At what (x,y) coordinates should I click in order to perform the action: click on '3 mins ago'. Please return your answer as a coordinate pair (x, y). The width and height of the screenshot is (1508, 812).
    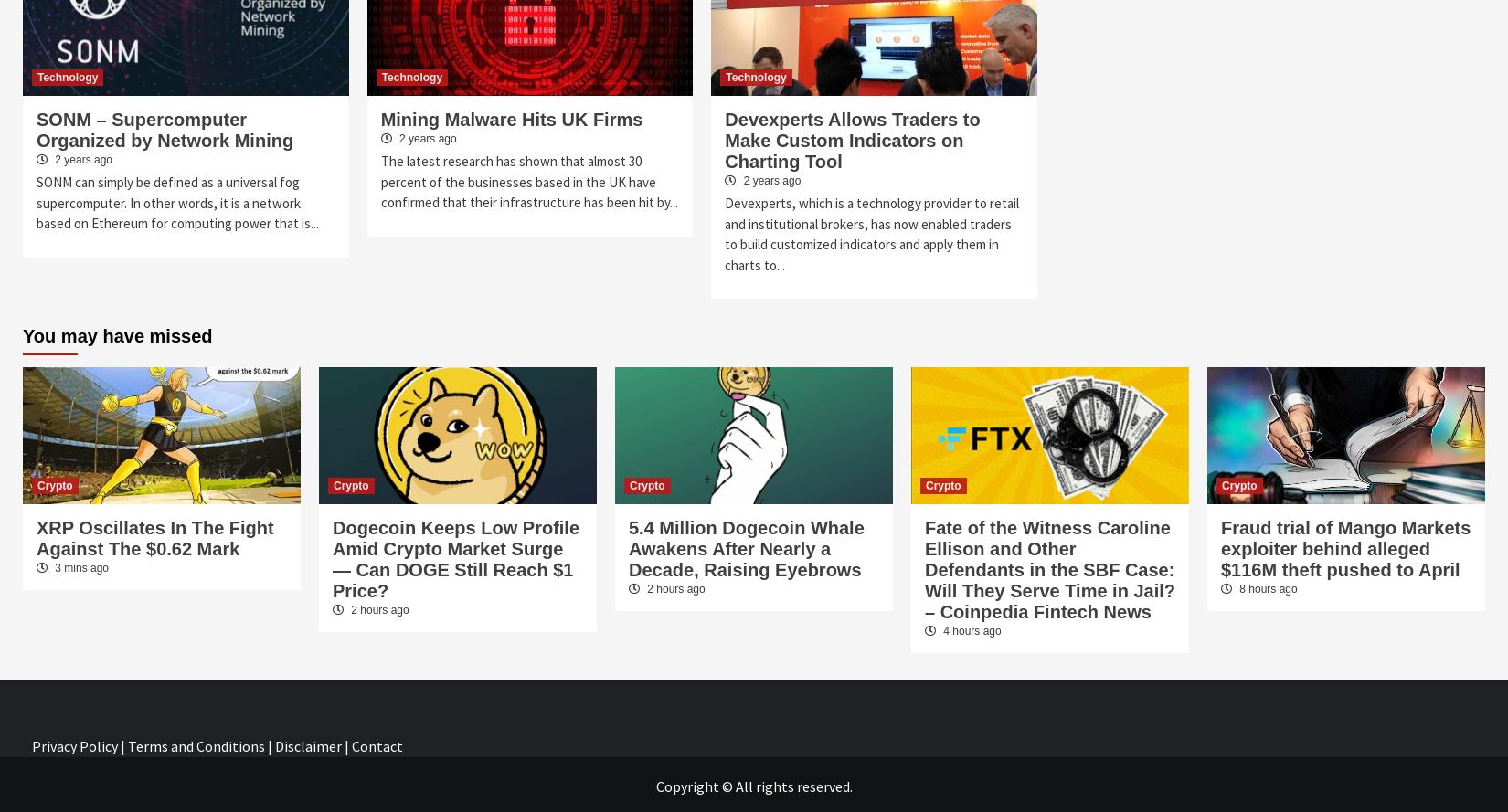
    Looking at the image, I should click on (80, 567).